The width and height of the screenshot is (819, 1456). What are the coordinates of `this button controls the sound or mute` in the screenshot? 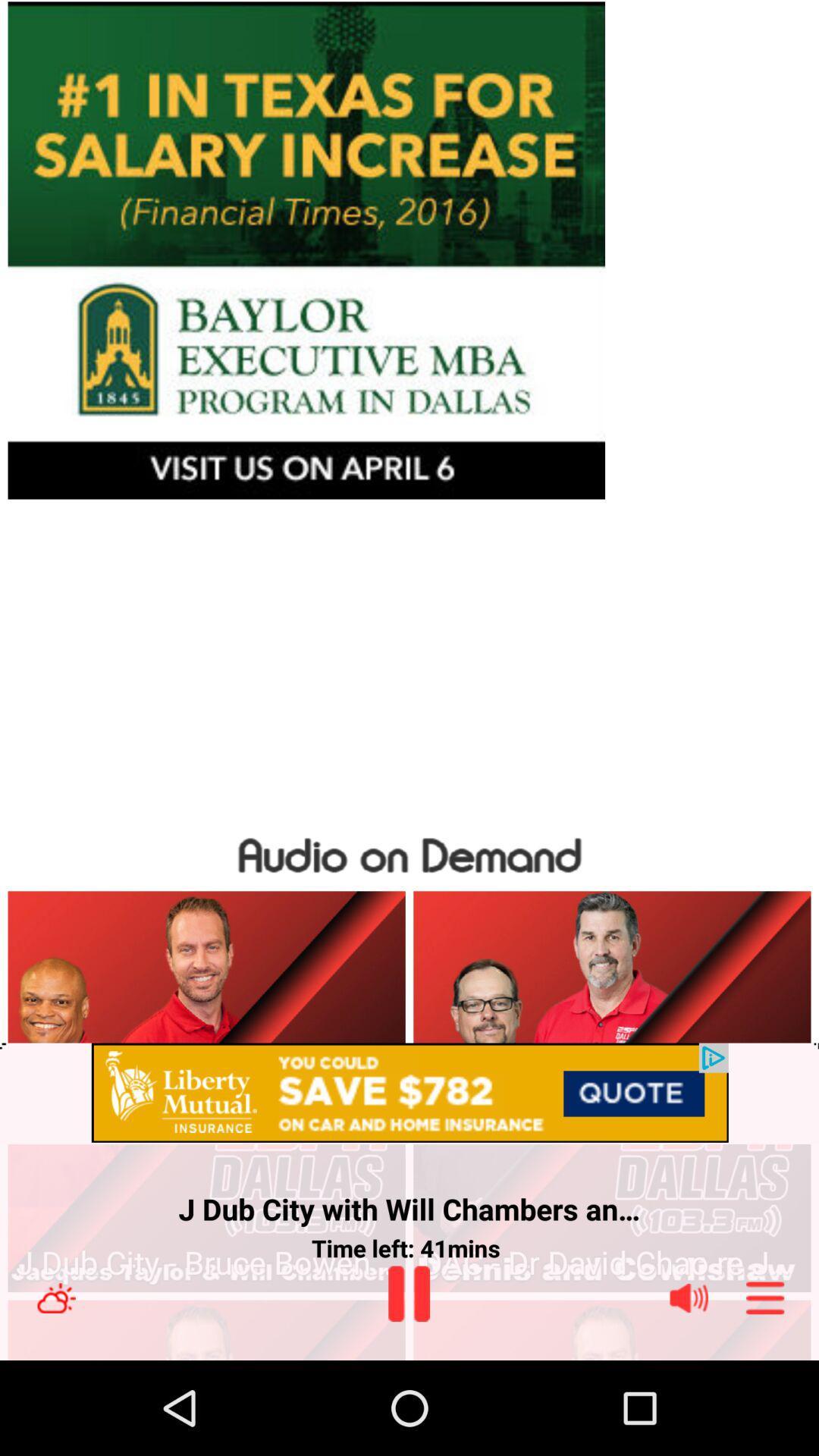 It's located at (689, 1297).